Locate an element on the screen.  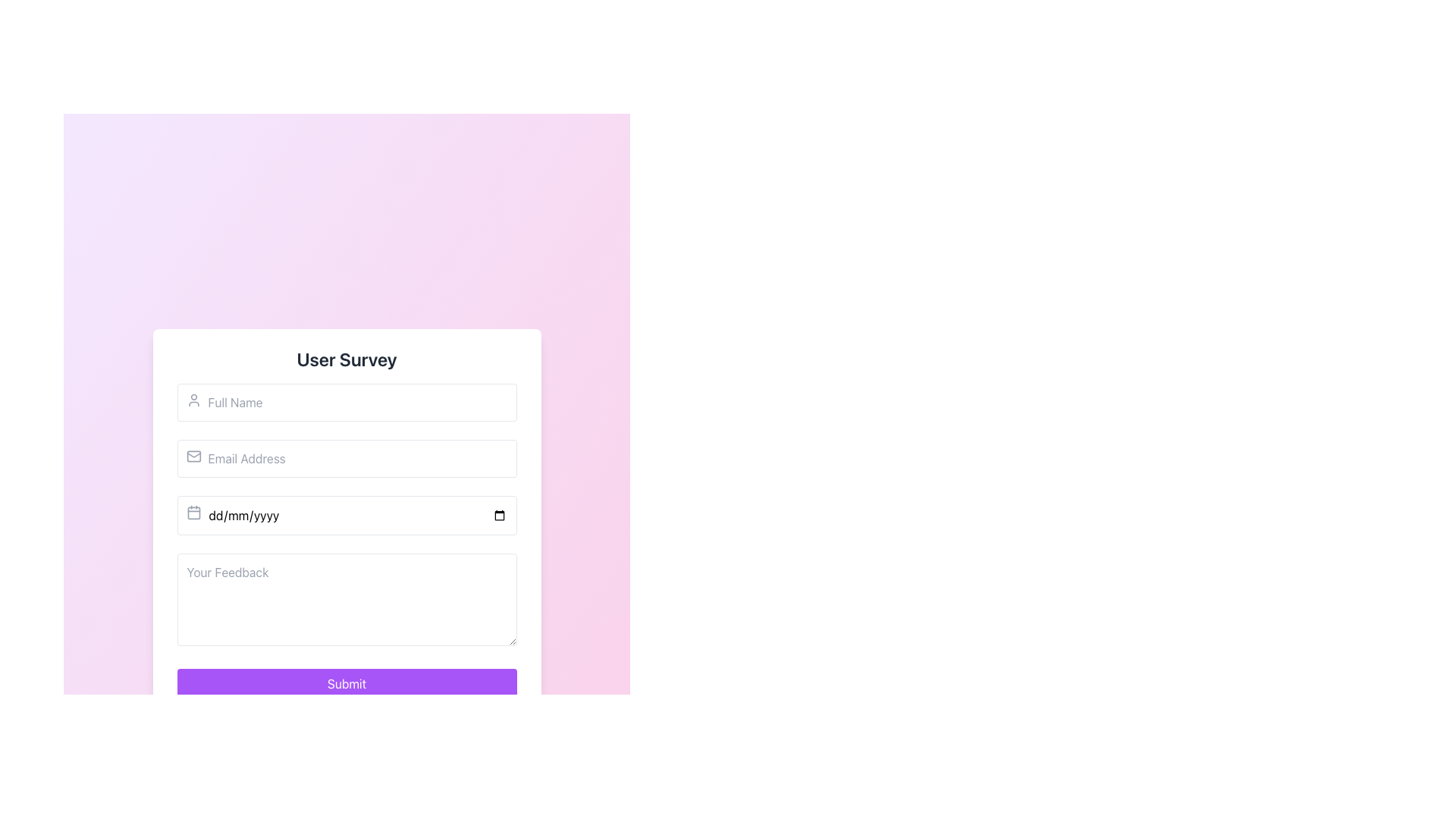
the calendar icon decoration, which is the body of the icon positioned to the left of the date text field displaying 'dd/mm/yyyy' is located at coordinates (193, 512).